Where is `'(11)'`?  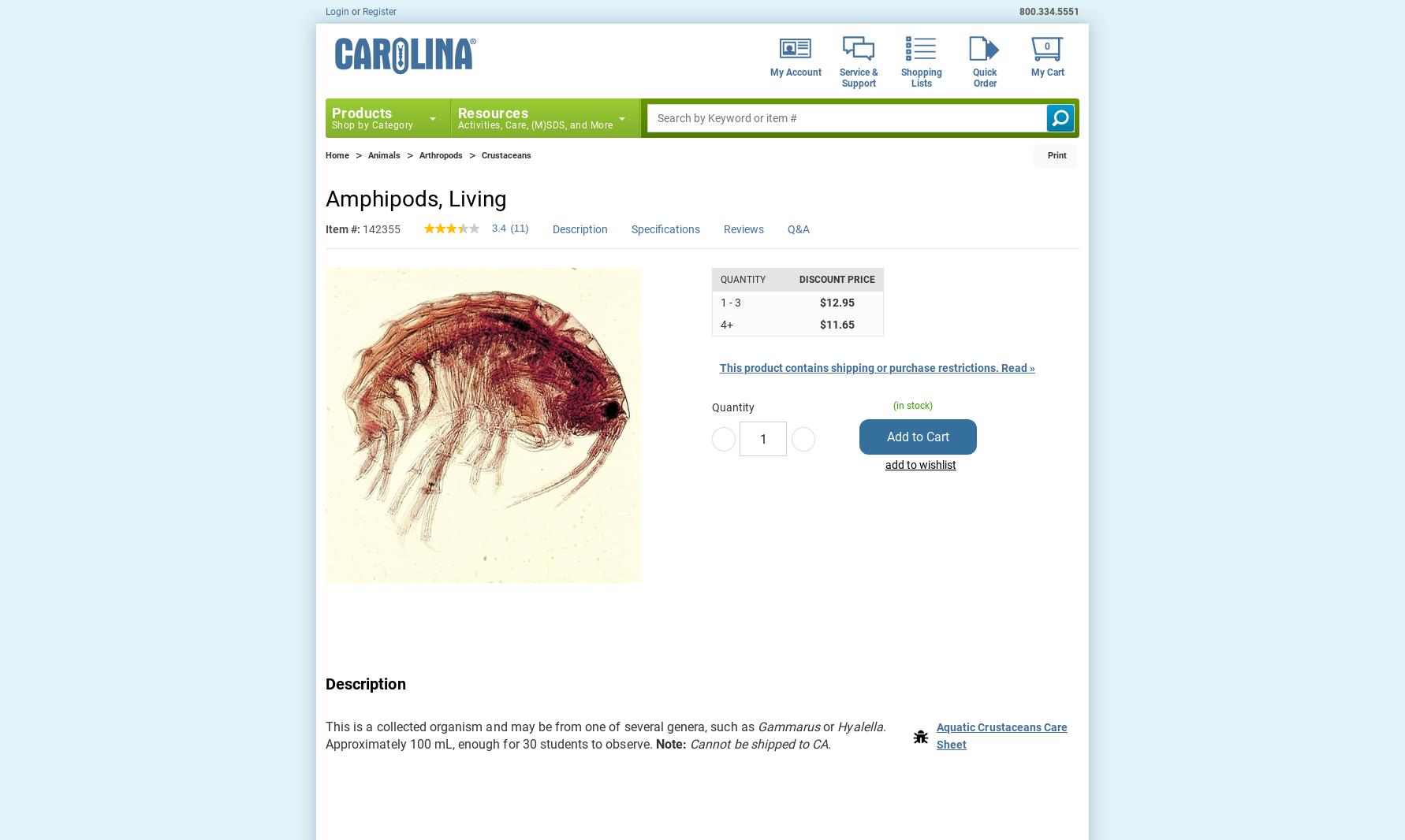
'(11)' is located at coordinates (518, 228).